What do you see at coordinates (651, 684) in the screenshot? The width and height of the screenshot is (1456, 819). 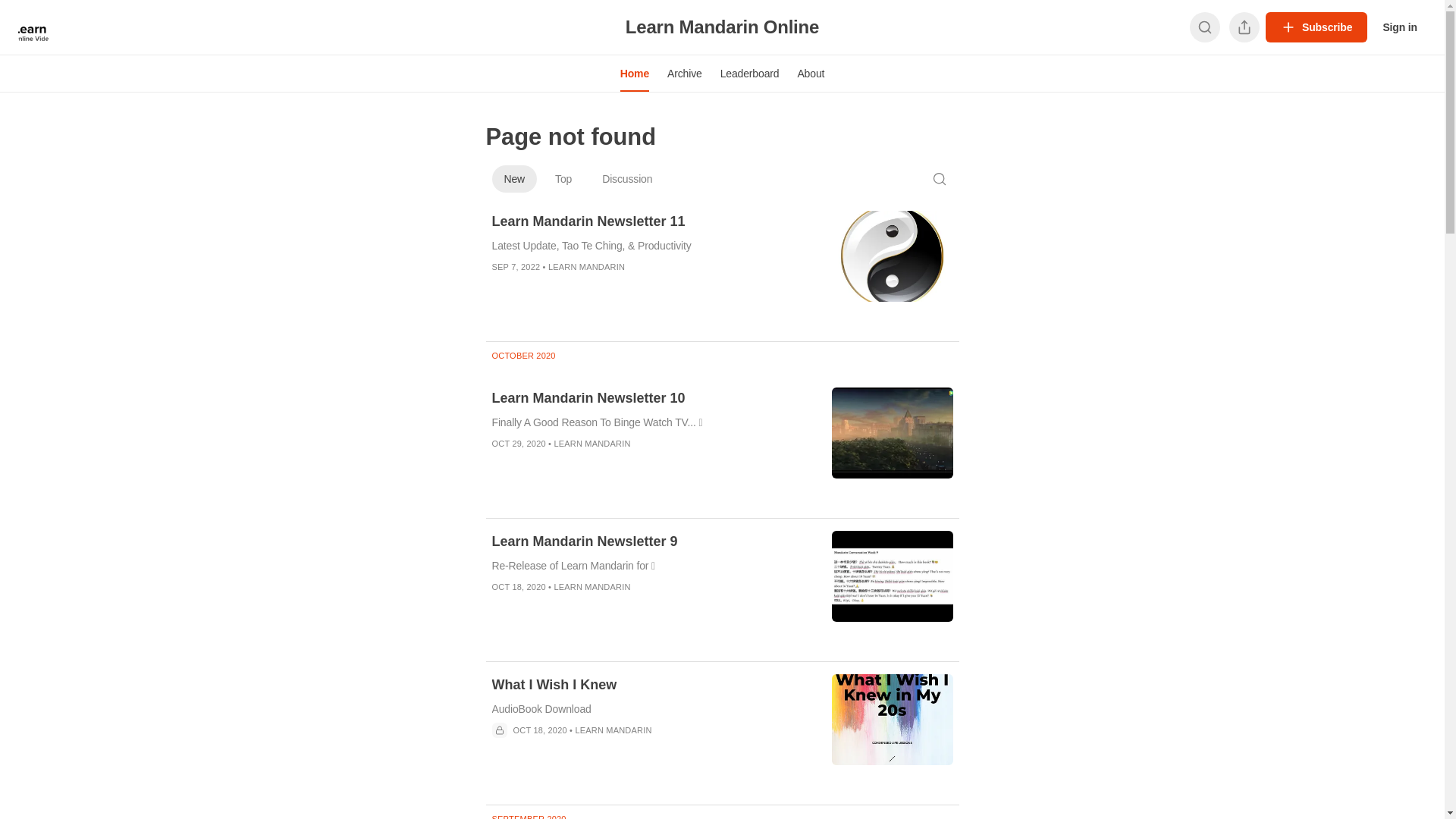 I see `'What I Wish I Knew'` at bounding box center [651, 684].